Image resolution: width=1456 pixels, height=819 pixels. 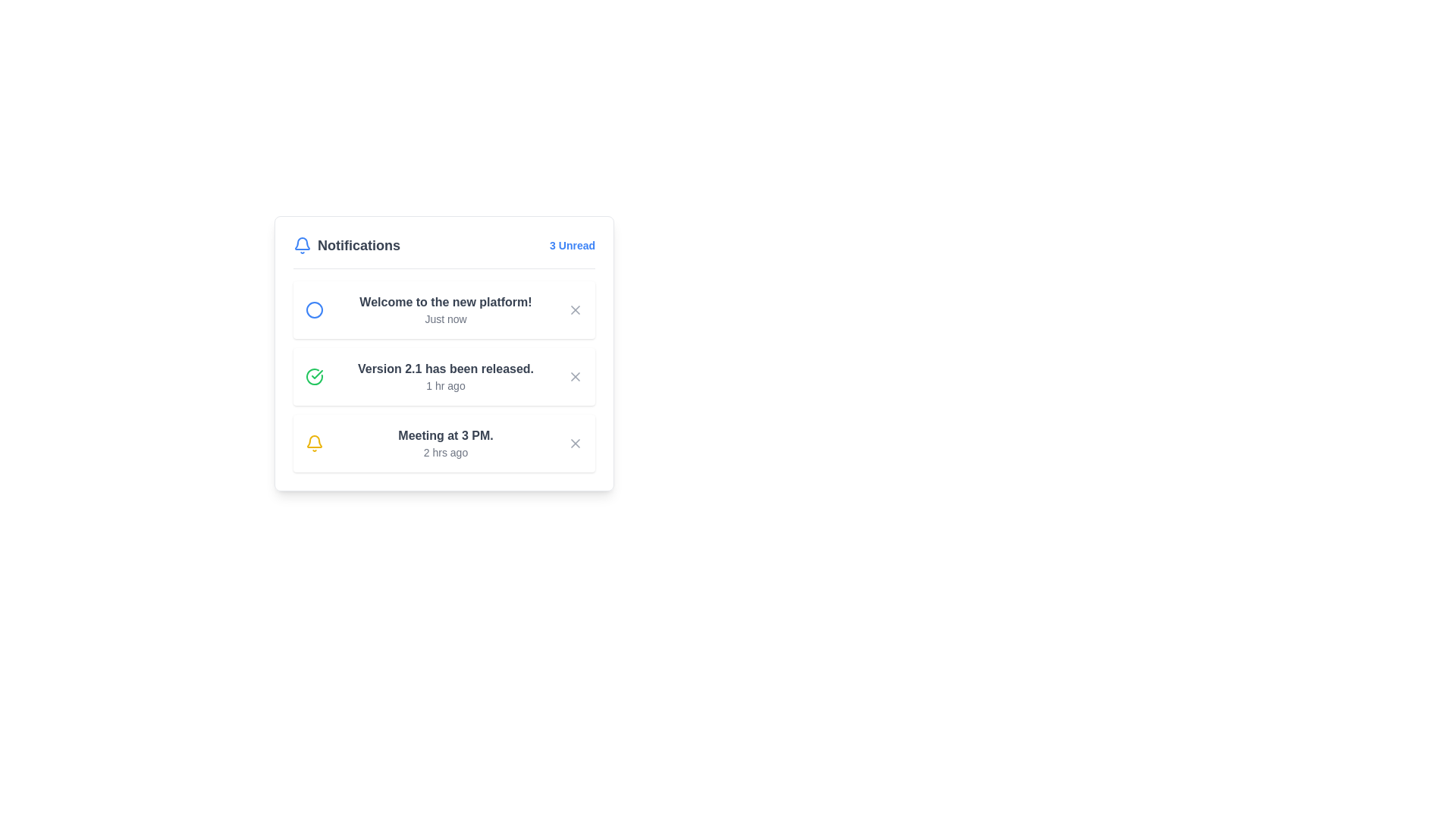 What do you see at coordinates (445, 452) in the screenshot?
I see `the Text Label that displays the relative time elapsed since the notification event occurred, located beneath the 'Meeting at 3 PM.' text in the notification card` at bounding box center [445, 452].